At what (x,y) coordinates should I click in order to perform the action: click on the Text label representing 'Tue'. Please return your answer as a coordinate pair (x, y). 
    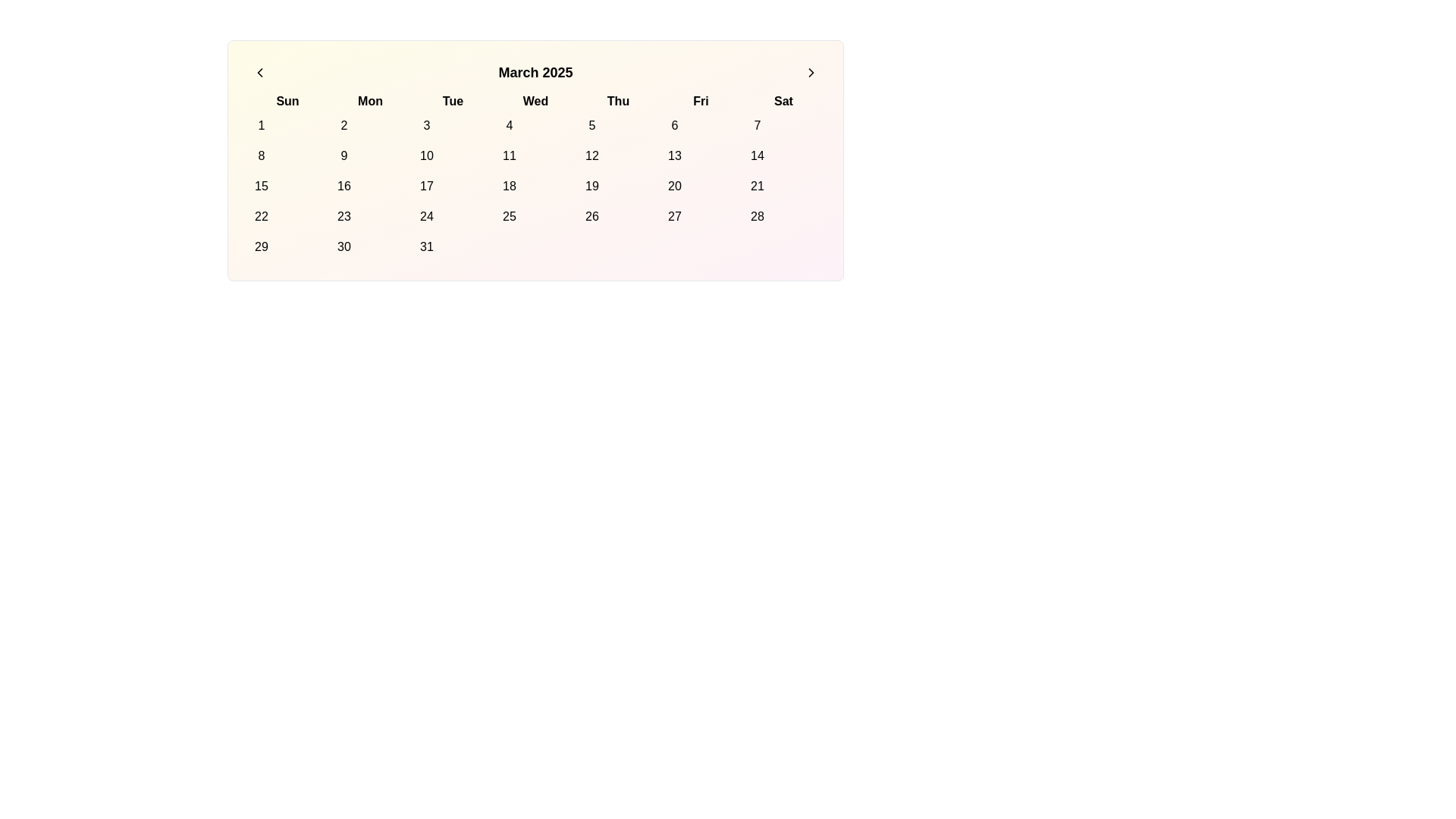
    Looking at the image, I should click on (452, 102).